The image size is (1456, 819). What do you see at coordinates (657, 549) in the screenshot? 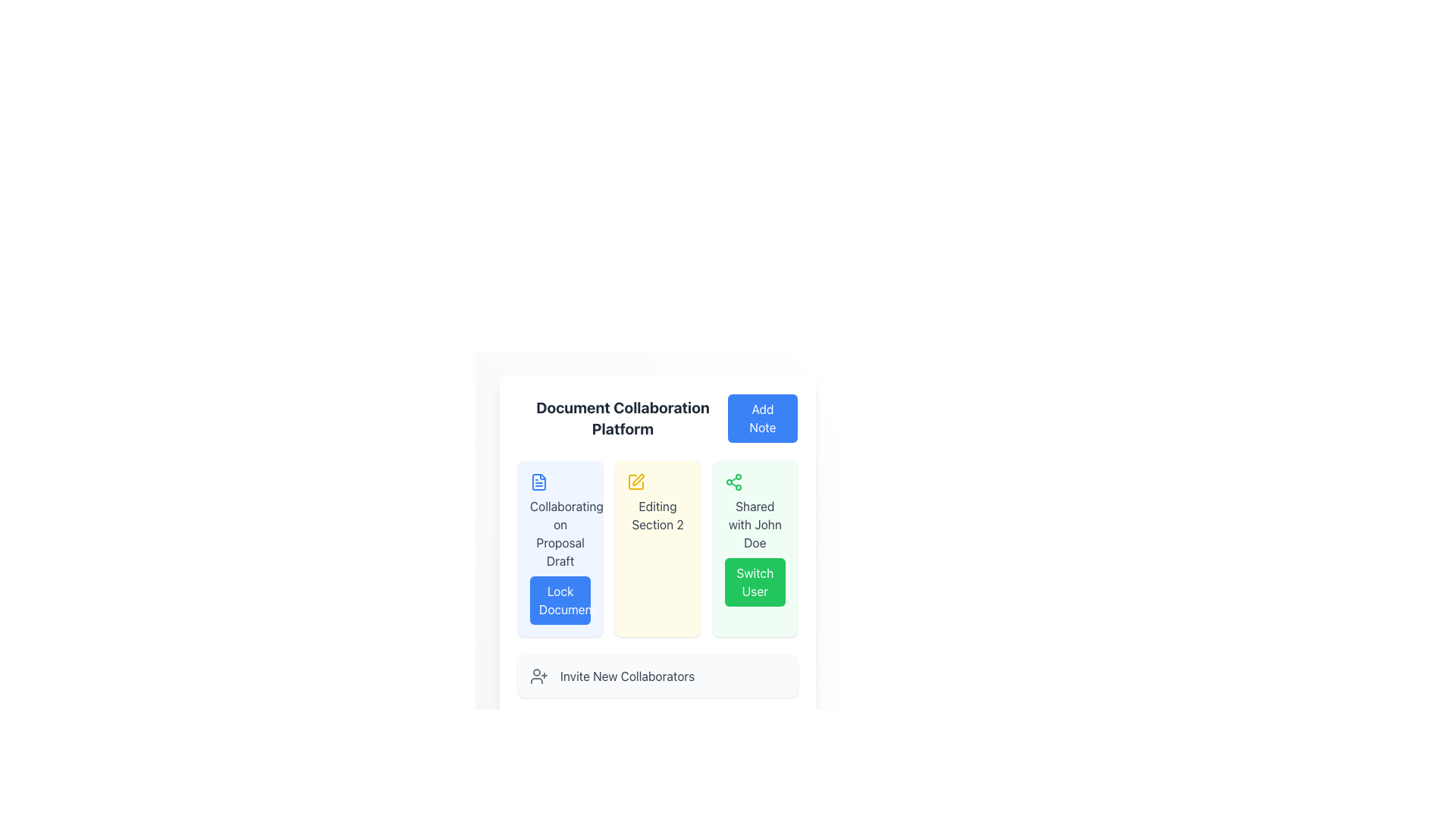
I see `the middle card representing 'Section 2' in the grid layout below the header 'Document Collaboration Platform'` at bounding box center [657, 549].